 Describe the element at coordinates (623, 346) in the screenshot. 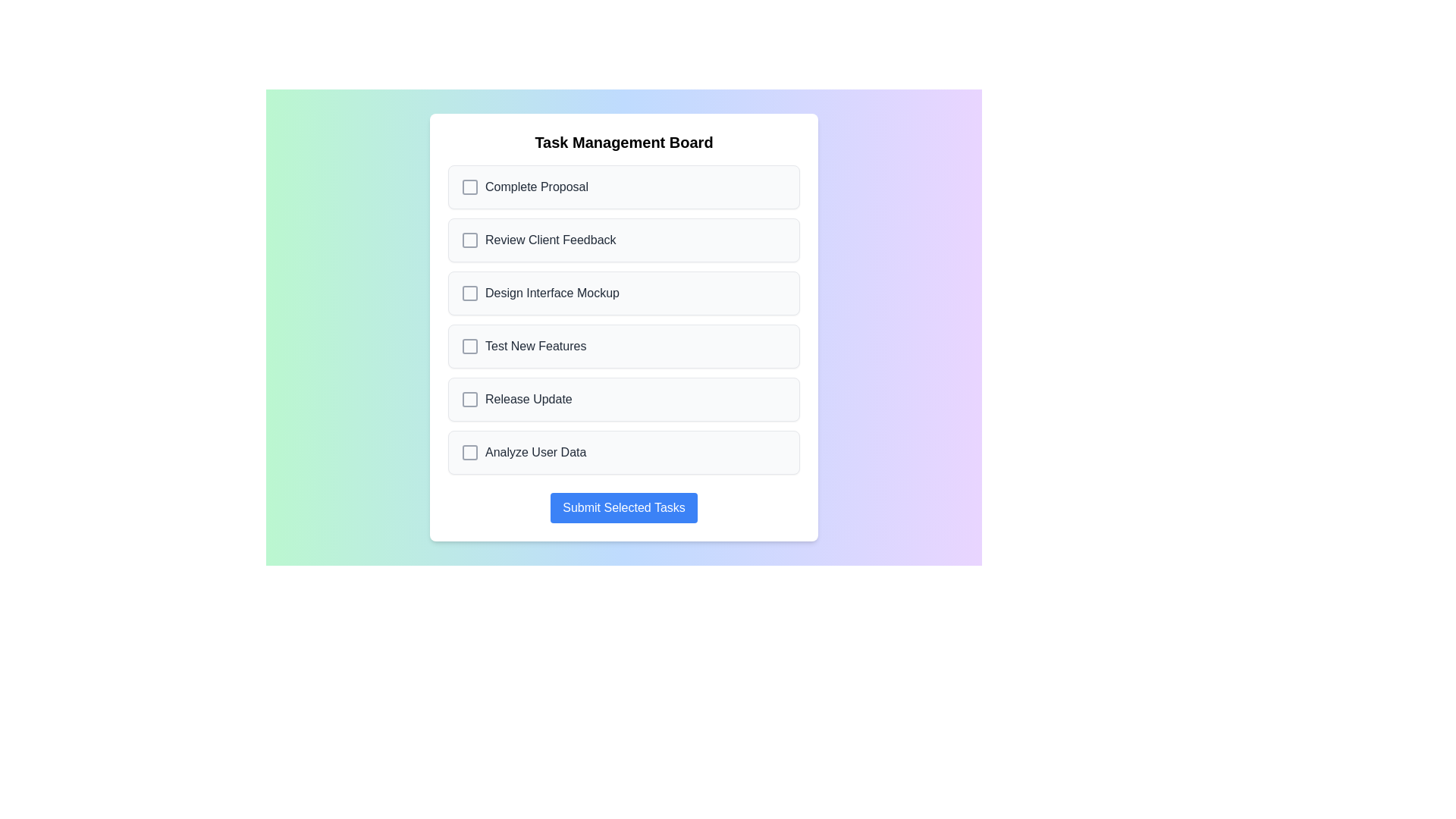

I see `the task named Test New Features` at that location.